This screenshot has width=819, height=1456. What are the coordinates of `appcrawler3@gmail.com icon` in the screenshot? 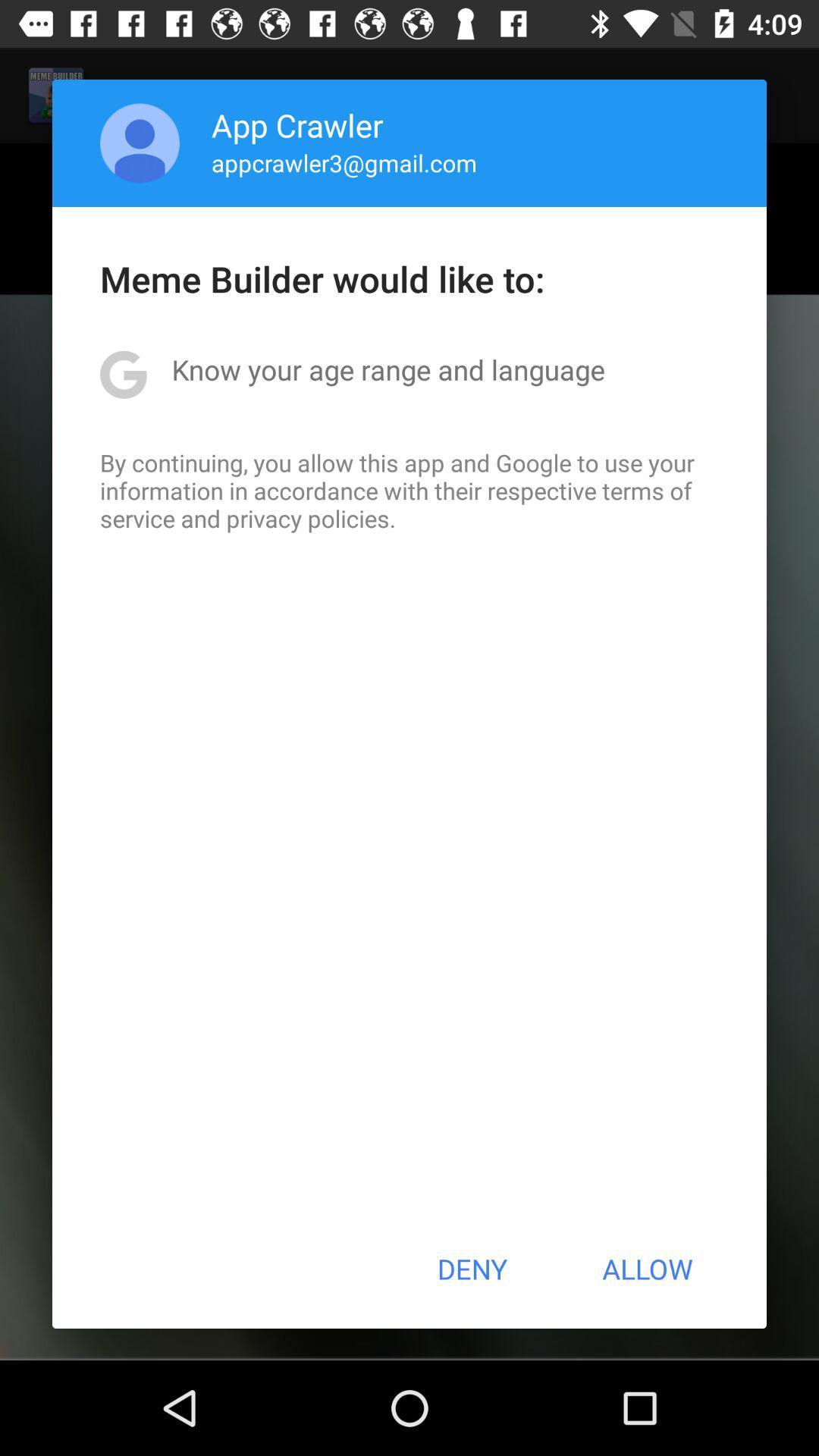 It's located at (344, 162).